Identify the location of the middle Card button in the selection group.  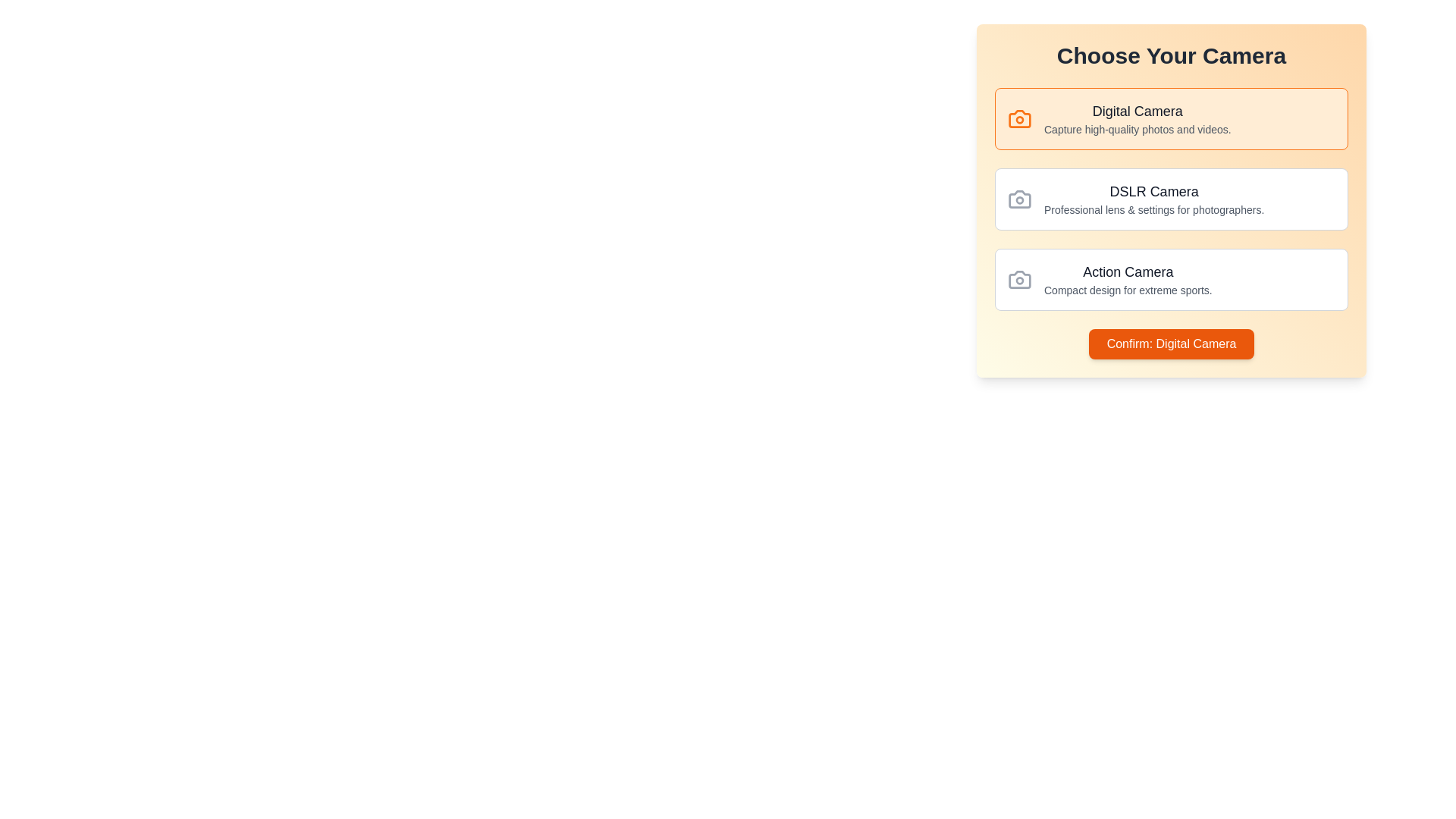
(1171, 198).